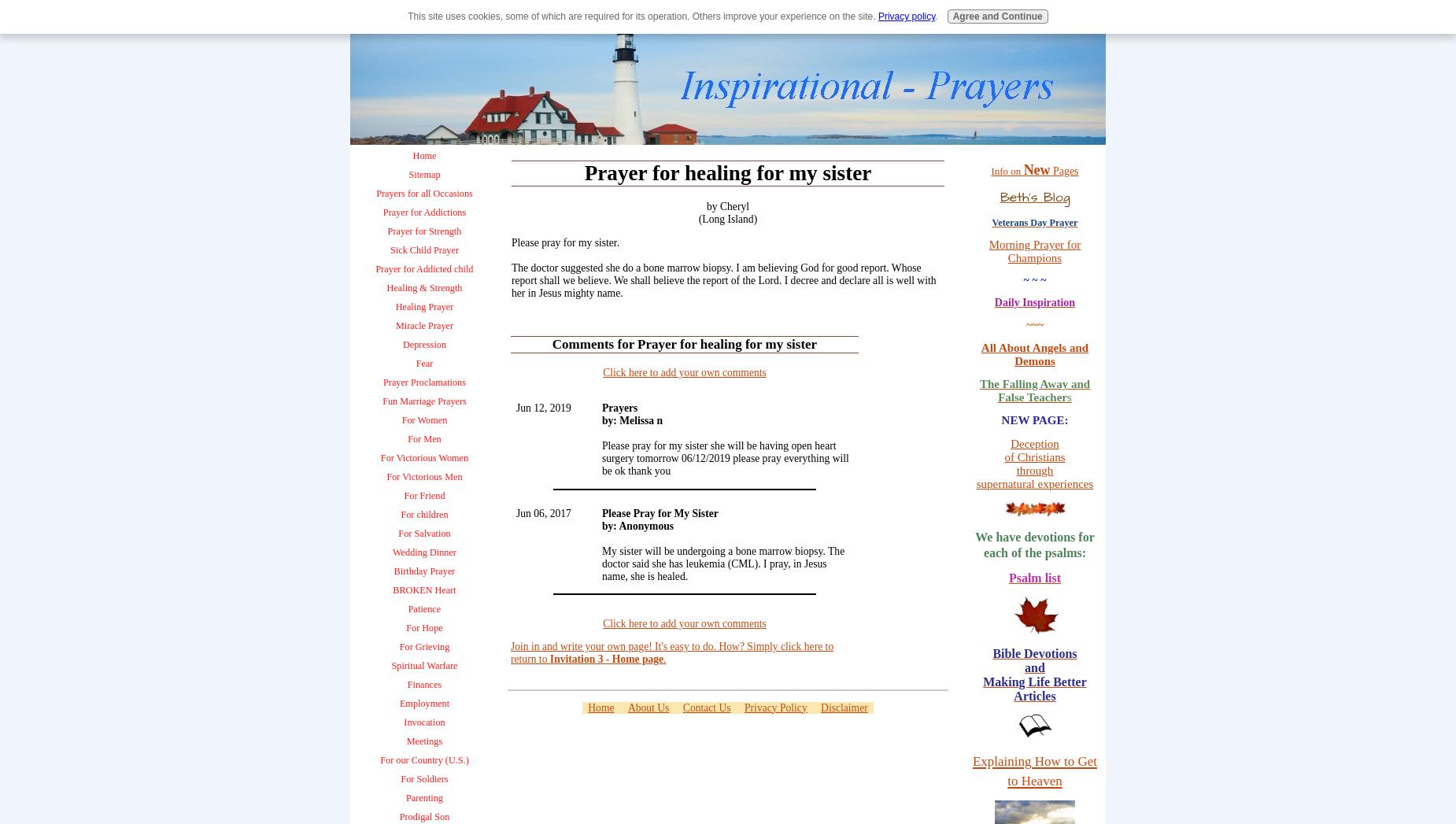 The height and width of the screenshot is (824, 1456). Describe the element at coordinates (1033, 456) in the screenshot. I see `'of Christians'` at that location.